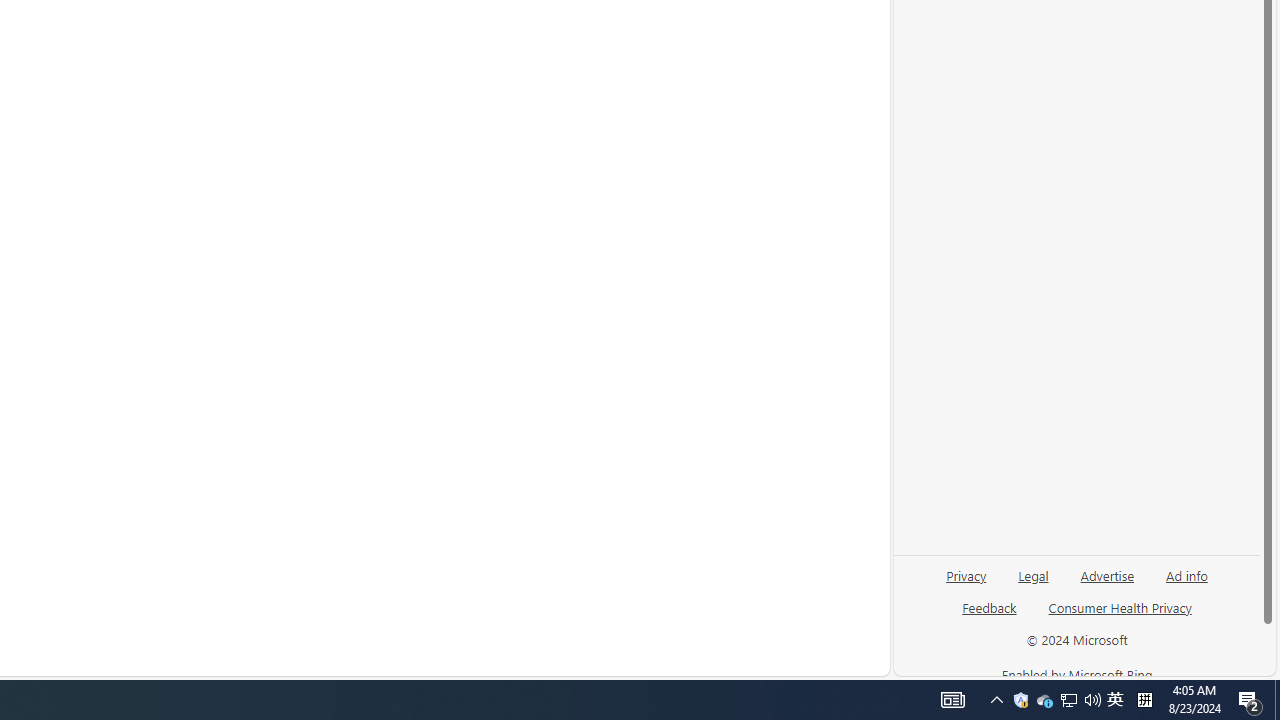  I want to click on 'Legal', so click(1033, 574).